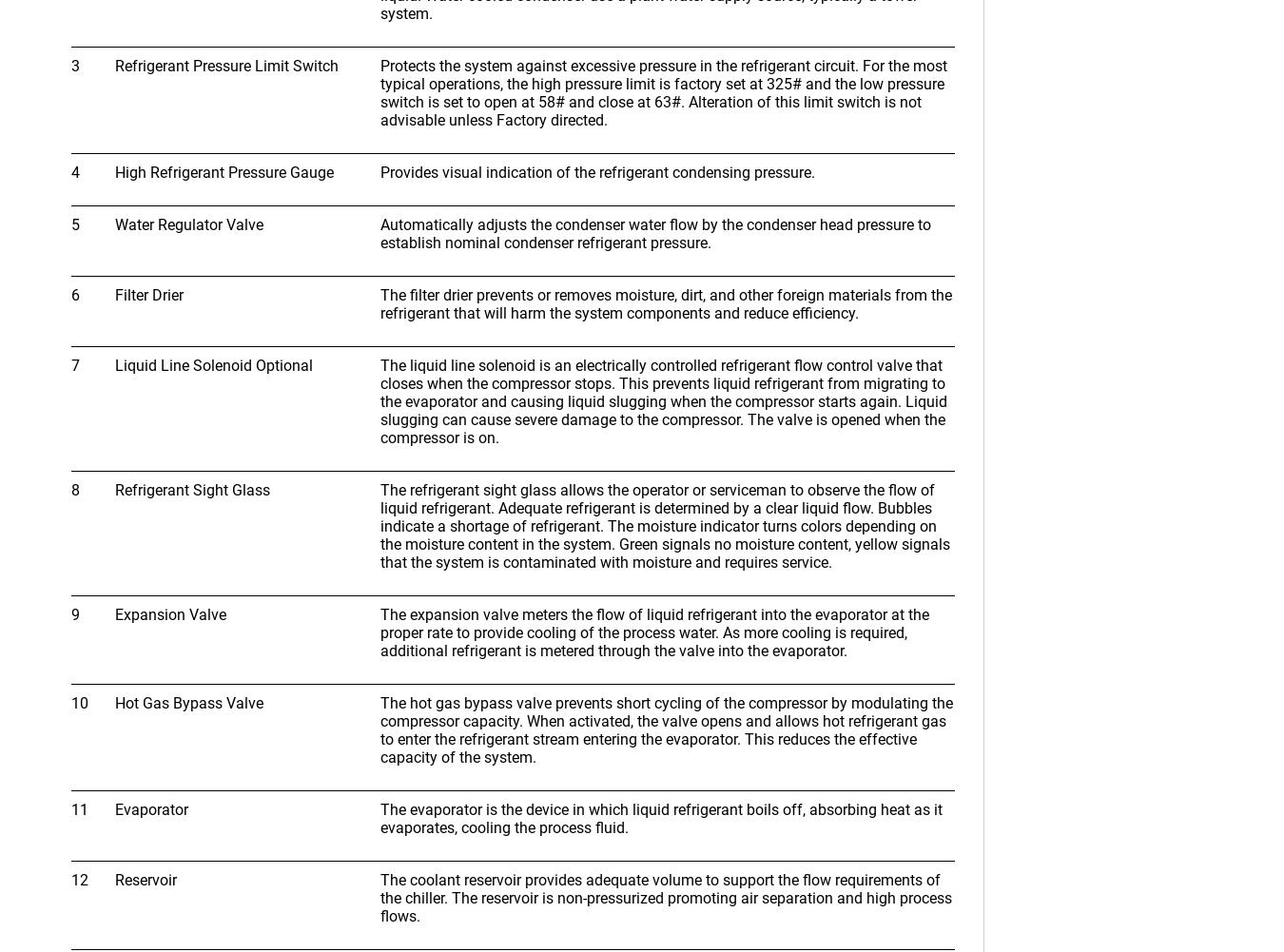 The height and width of the screenshot is (952, 1284). I want to click on 'The refrigerant sight glass allows the operator or serviceman to observe the flow of liquid refrigerant. Adequate refrigerant is determined by a clear liquid flow. Bubbles indicate a shortage of refrigerant. The moisture indicator turns colors depending on the moisture content in the system. Green signals no moisture content, yellow signals that the system is contaminated with moisture and requires service.', so click(664, 525).